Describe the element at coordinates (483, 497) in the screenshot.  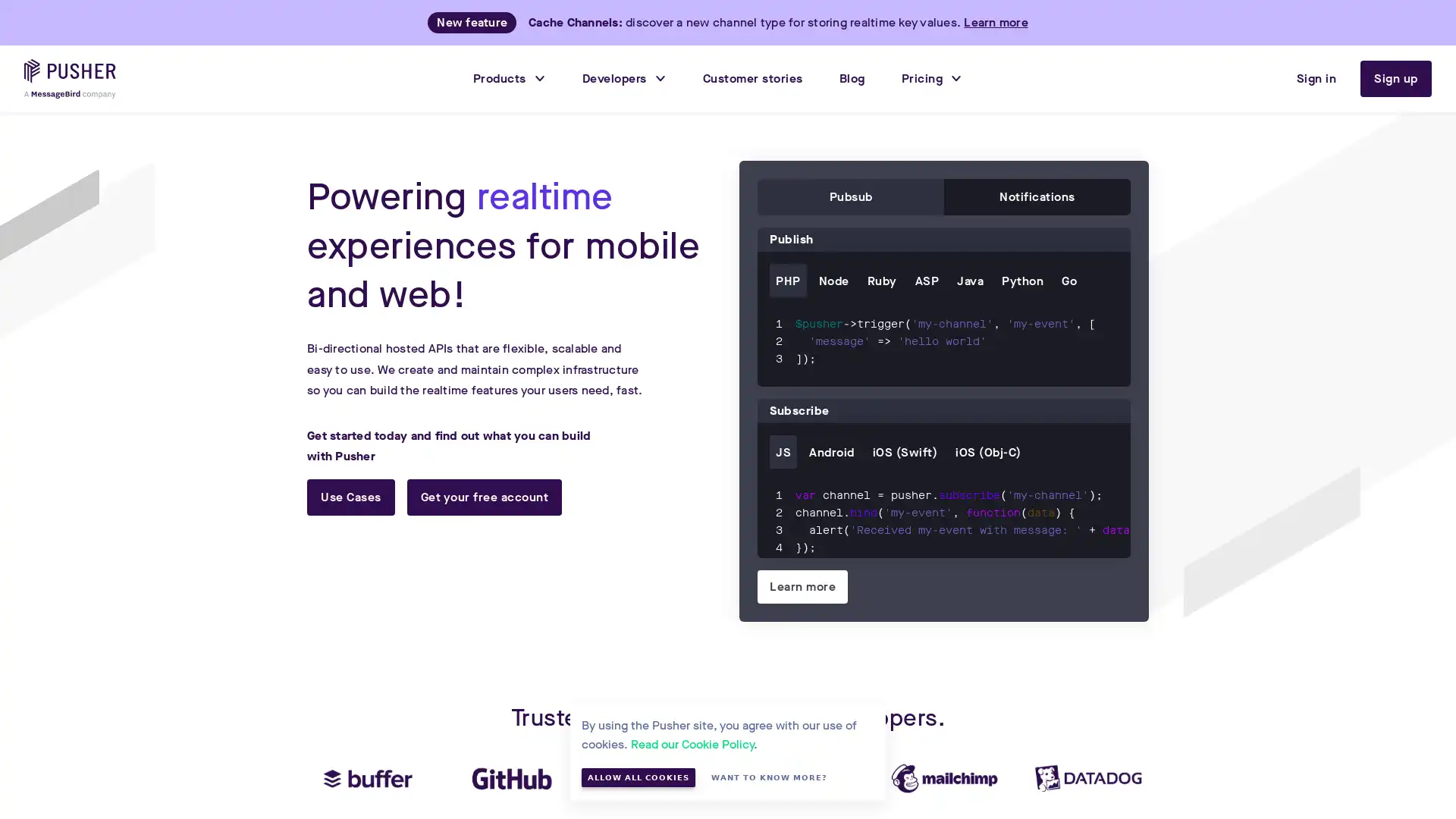
I see `Get your free account` at that location.